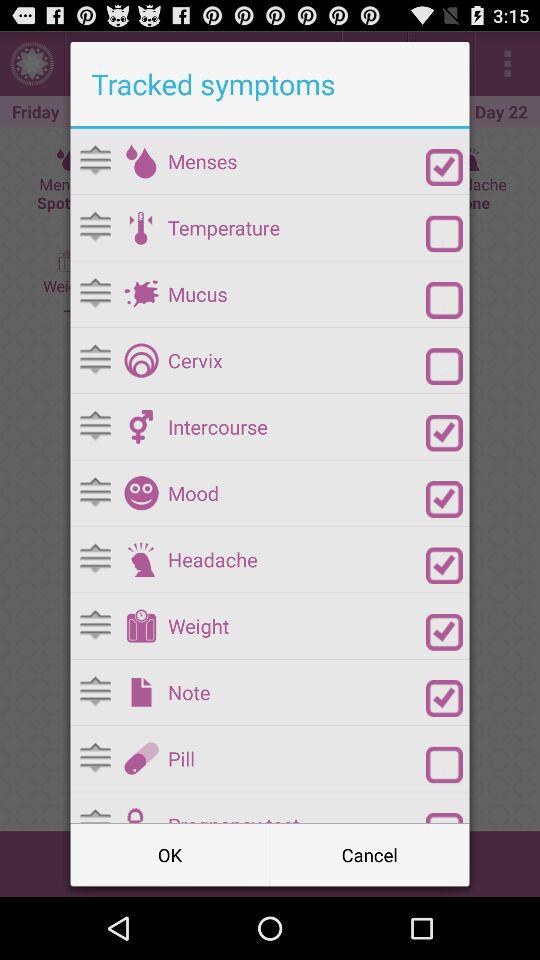  What do you see at coordinates (296, 692) in the screenshot?
I see `the item above pill icon` at bounding box center [296, 692].